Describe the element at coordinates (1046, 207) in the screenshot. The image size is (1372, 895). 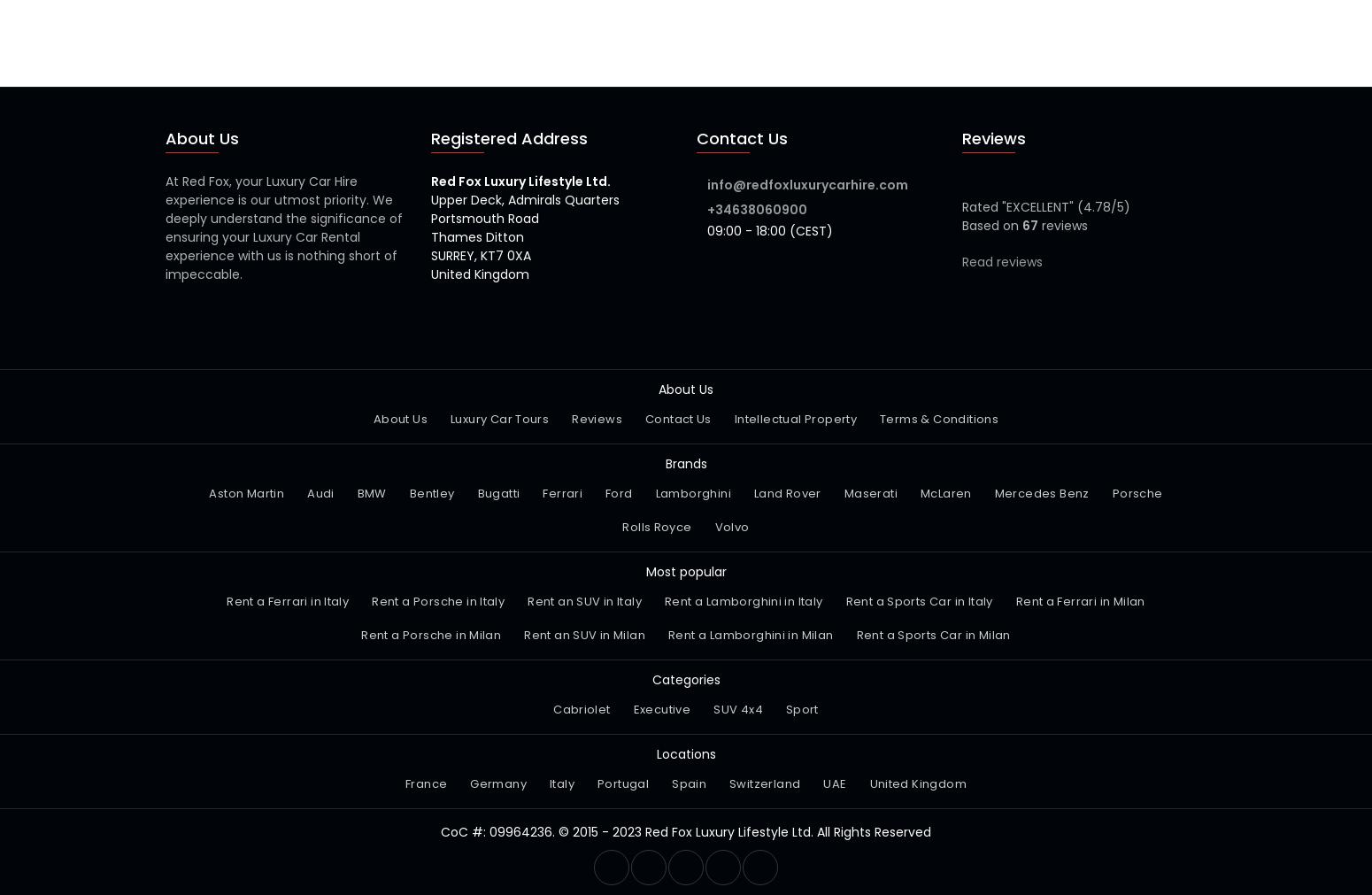
I see `'Rated "EXCELLENT" (4.78/5)'` at that location.